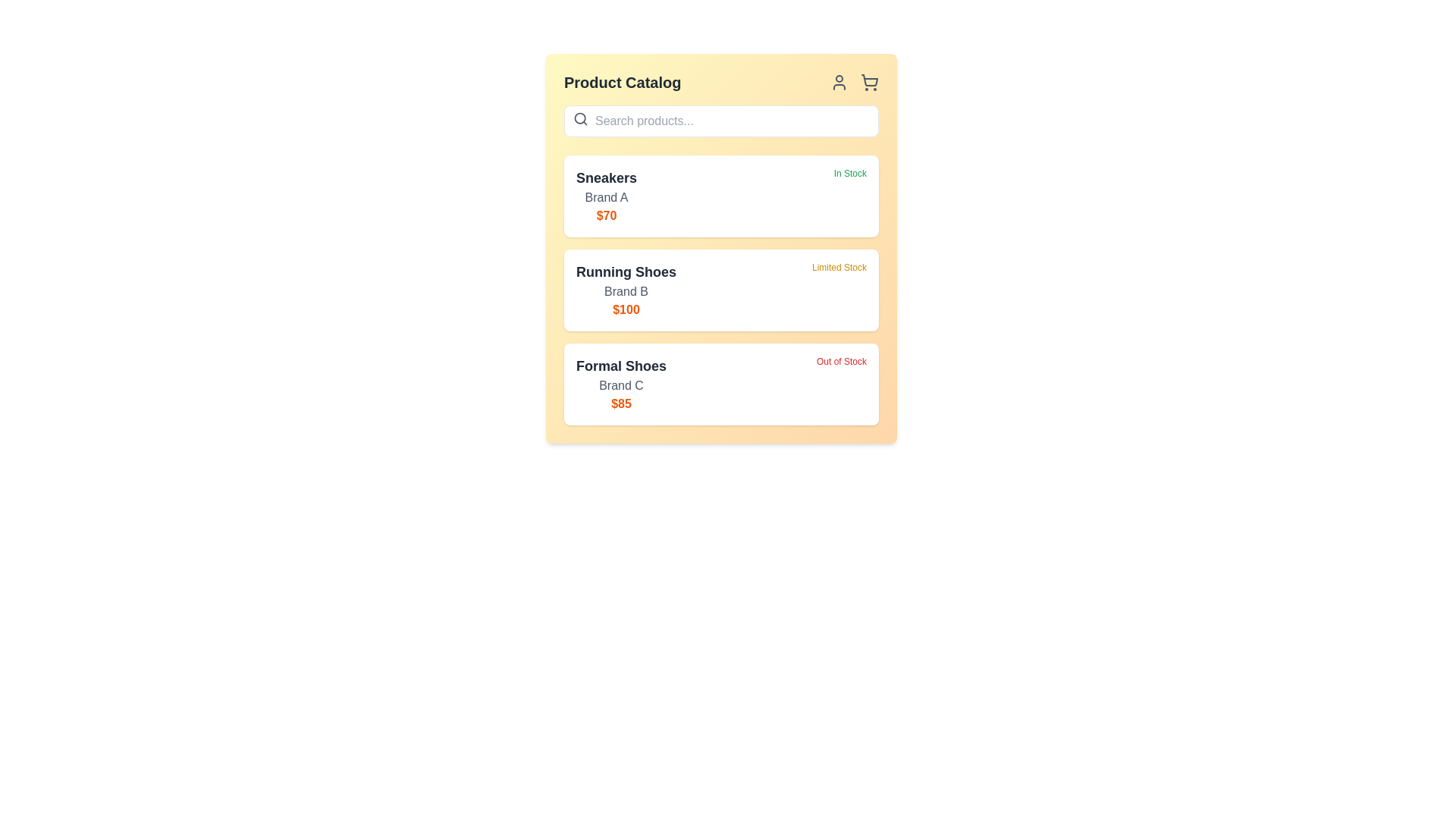  Describe the element at coordinates (840, 383) in the screenshot. I see `the text label indicating the availability status of 'Formal Shoes', which is located in the top-right corner of the product card and is visually separated by its red color` at that location.